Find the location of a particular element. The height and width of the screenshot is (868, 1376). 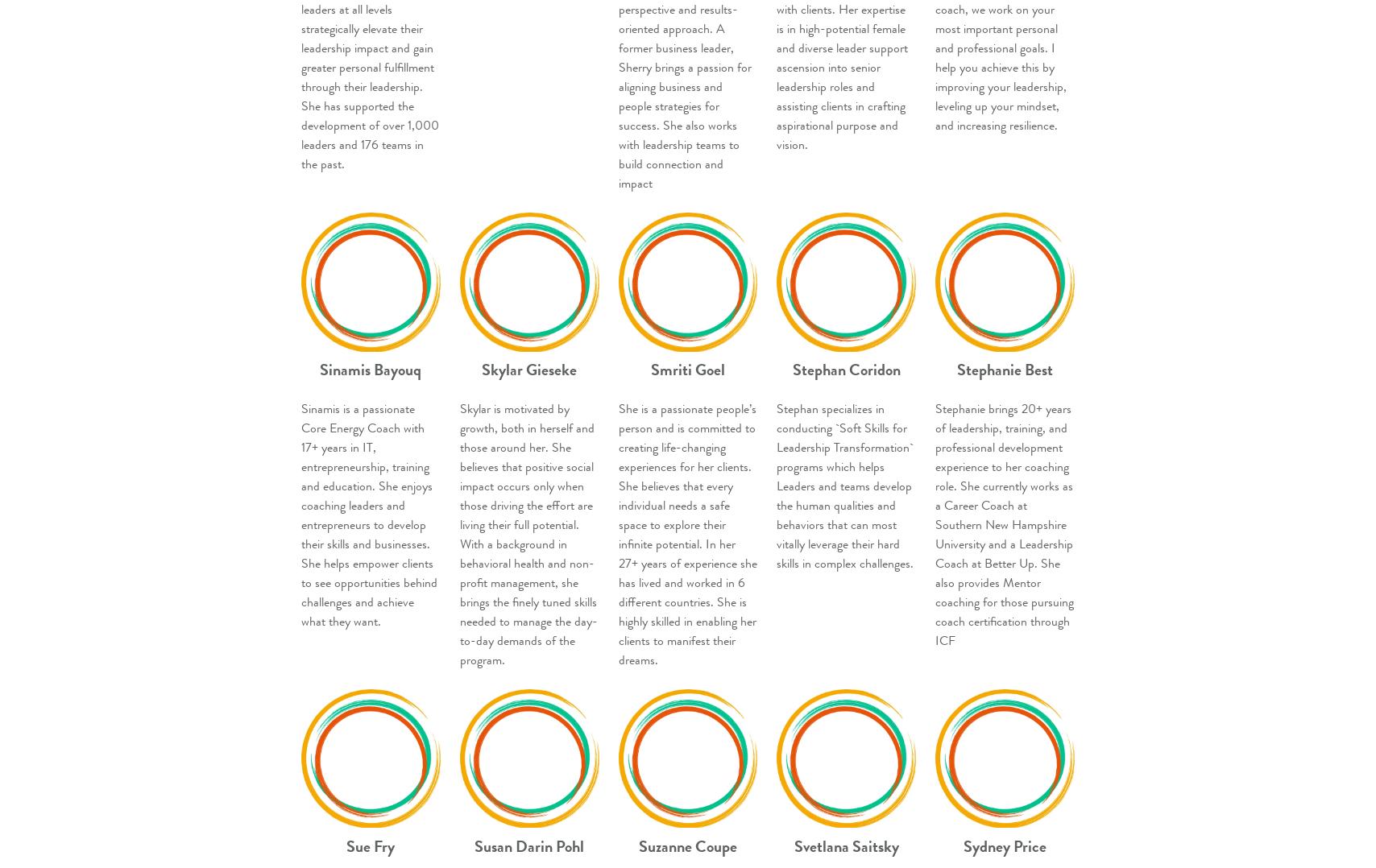

'Svetlana Saitsky' is located at coordinates (846, 845).